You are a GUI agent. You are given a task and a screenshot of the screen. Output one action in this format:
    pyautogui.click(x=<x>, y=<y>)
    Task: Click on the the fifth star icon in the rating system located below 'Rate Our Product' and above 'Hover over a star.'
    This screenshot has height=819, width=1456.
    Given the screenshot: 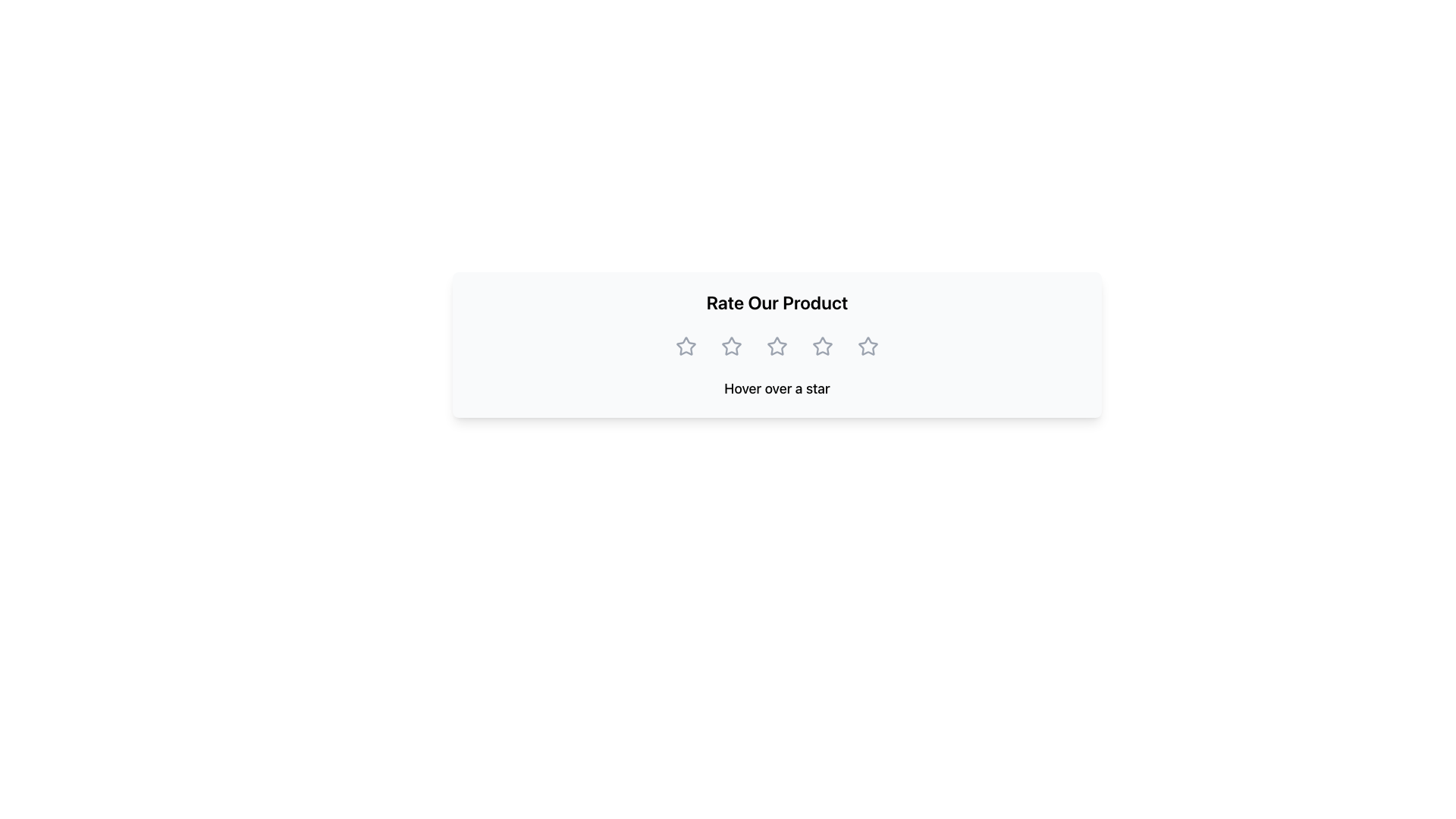 What is the action you would take?
    pyautogui.click(x=868, y=346)
    